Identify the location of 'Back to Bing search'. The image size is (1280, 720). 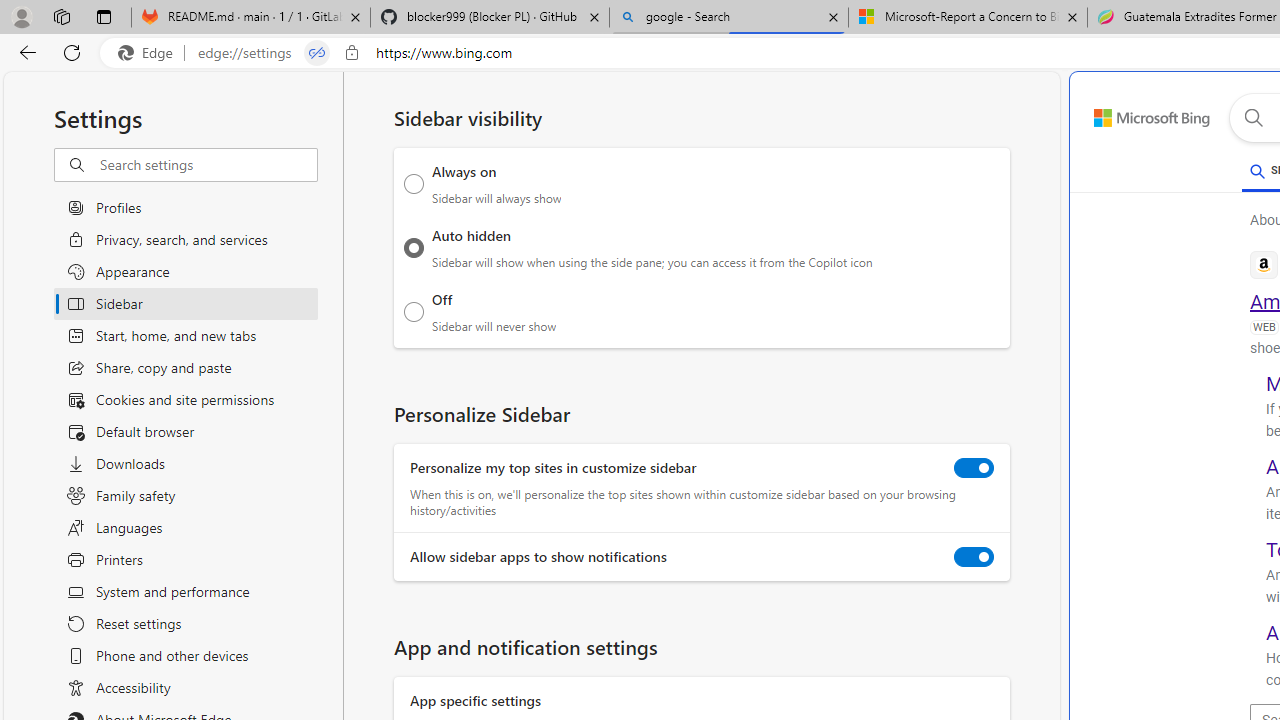
(1139, 114).